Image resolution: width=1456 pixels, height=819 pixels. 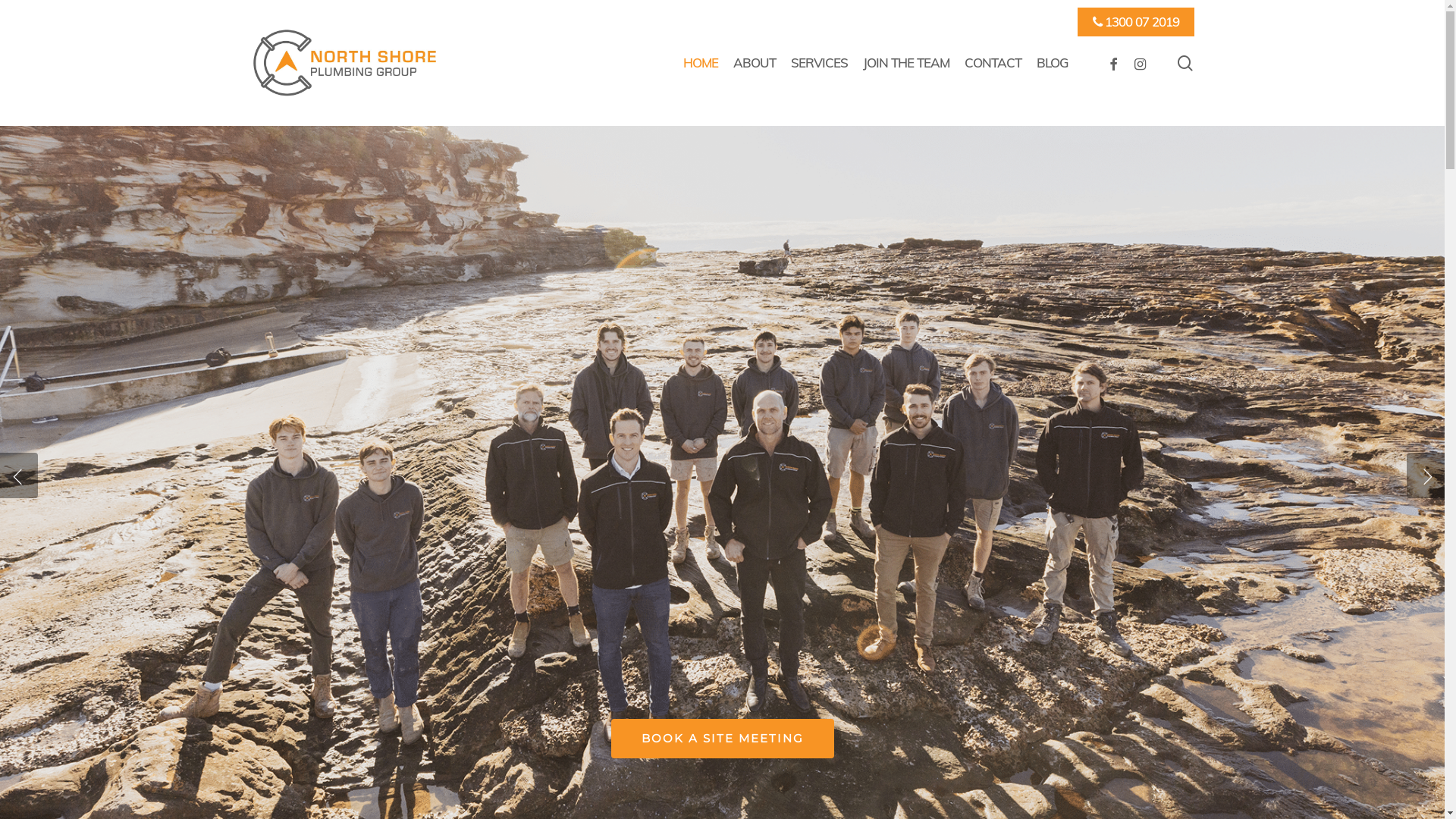 I want to click on 'JOIN THE TEAM', so click(x=906, y=62).